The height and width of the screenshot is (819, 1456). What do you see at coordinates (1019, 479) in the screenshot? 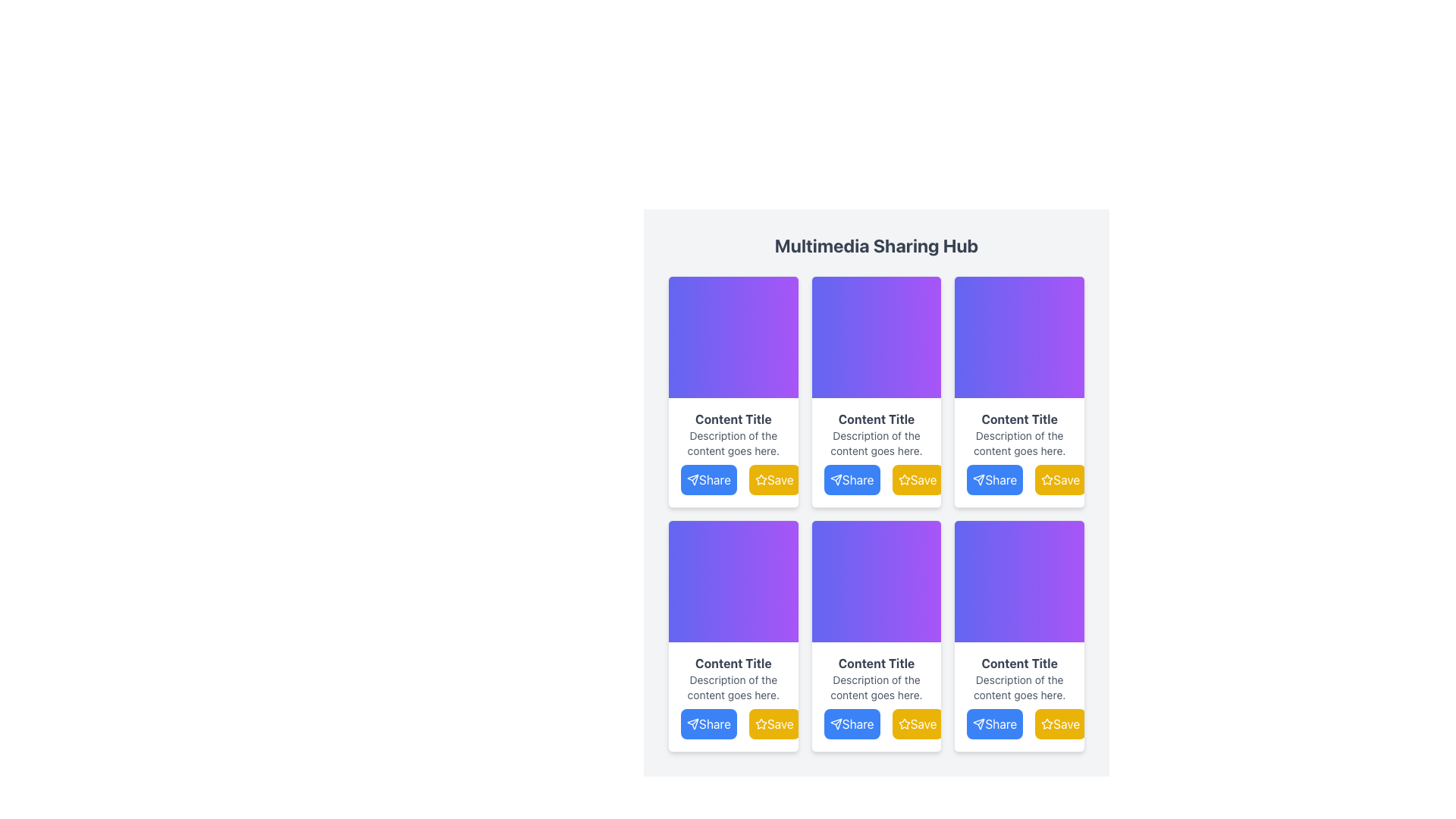
I see `the first button located at the bottom of the content card` at bounding box center [1019, 479].